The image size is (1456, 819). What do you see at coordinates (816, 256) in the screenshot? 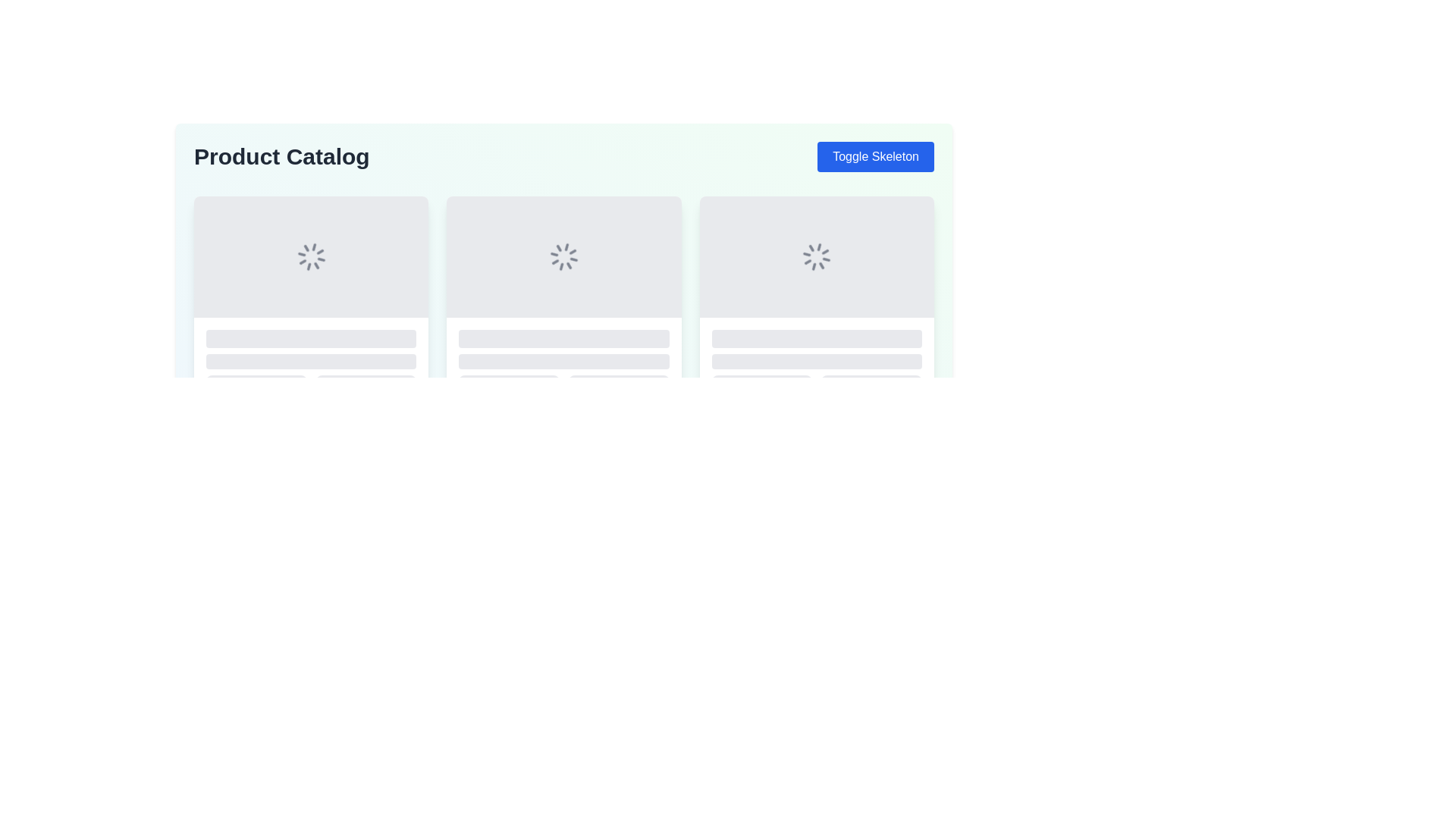
I see `the loading spinner located in the third card of a horizontally arranged sequence, indicating that data is being processed` at bounding box center [816, 256].